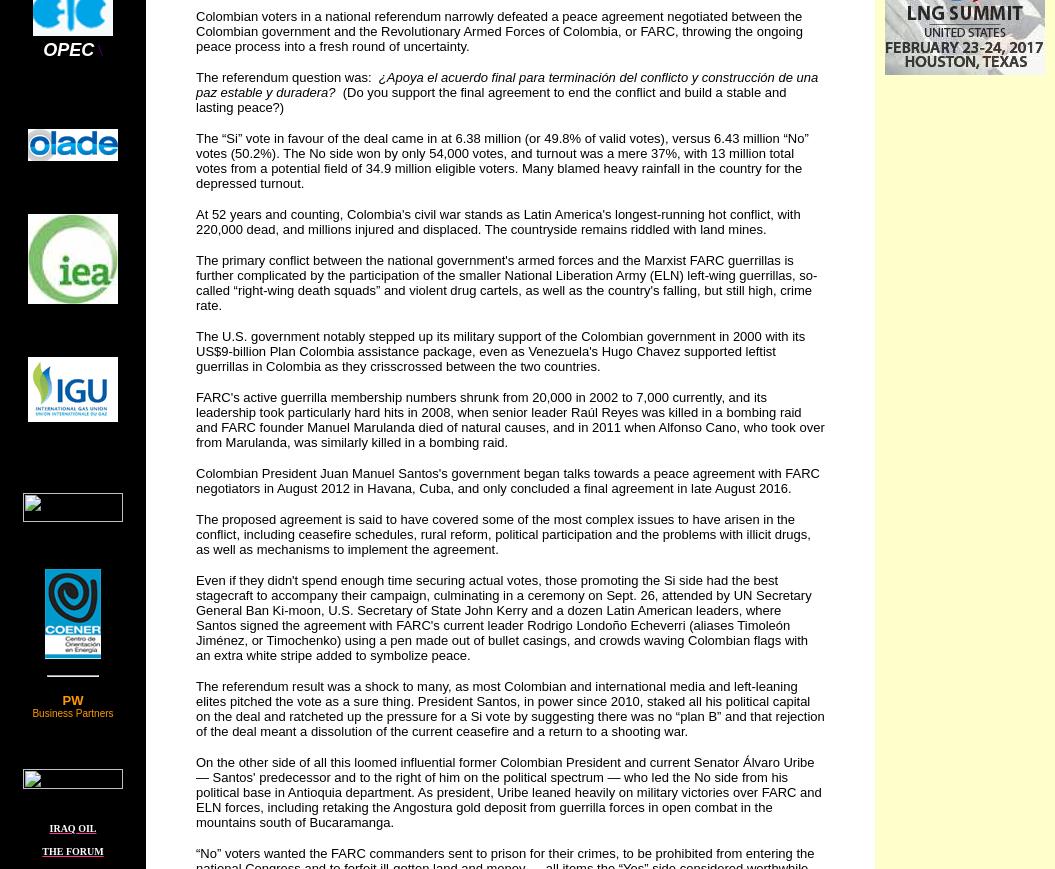  I want to click on '(Do you support the final agreement to end the conflict and build a stable and lasting peace?)', so click(490, 99).